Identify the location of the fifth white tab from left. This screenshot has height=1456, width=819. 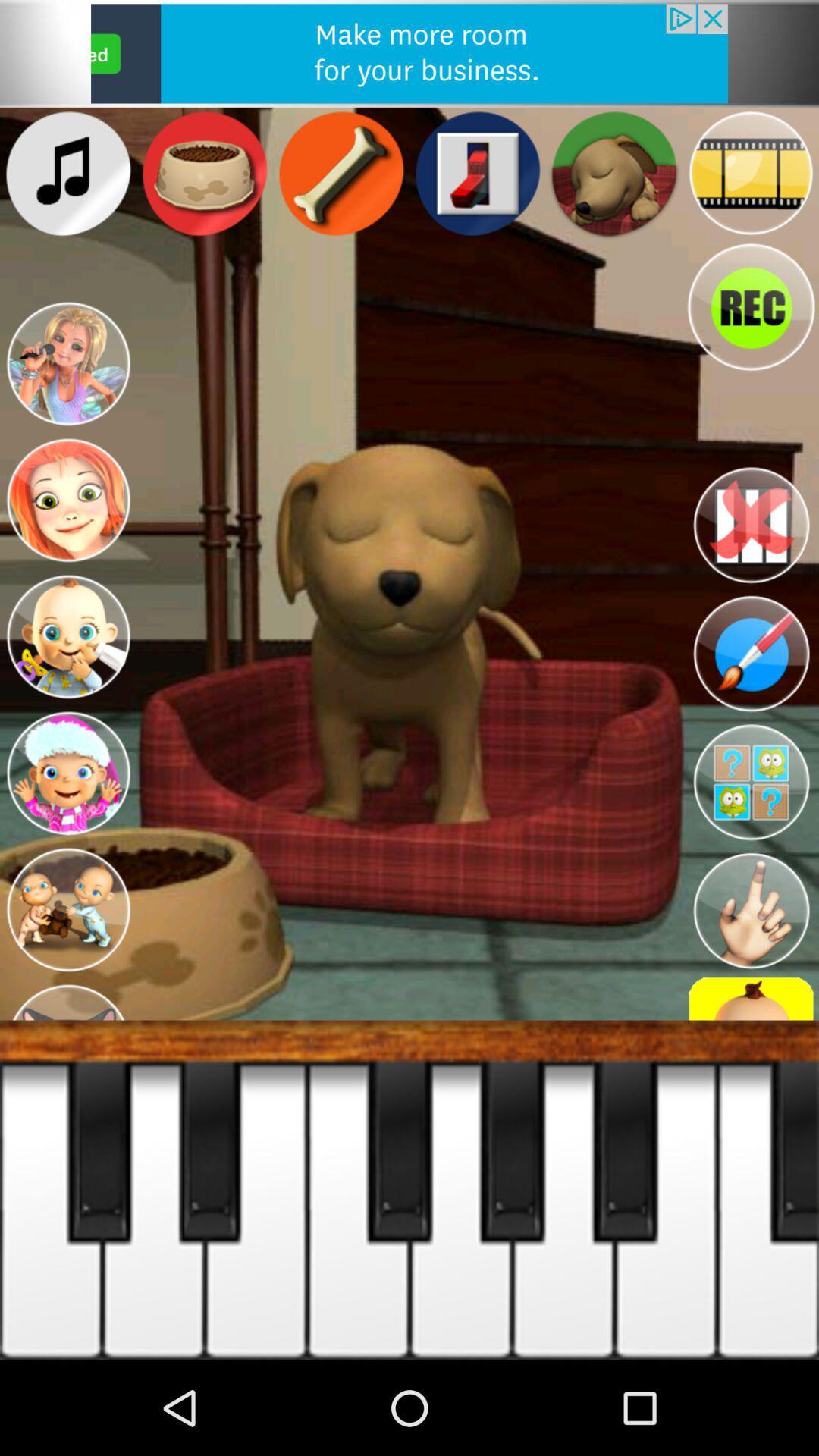
(460, 1189).